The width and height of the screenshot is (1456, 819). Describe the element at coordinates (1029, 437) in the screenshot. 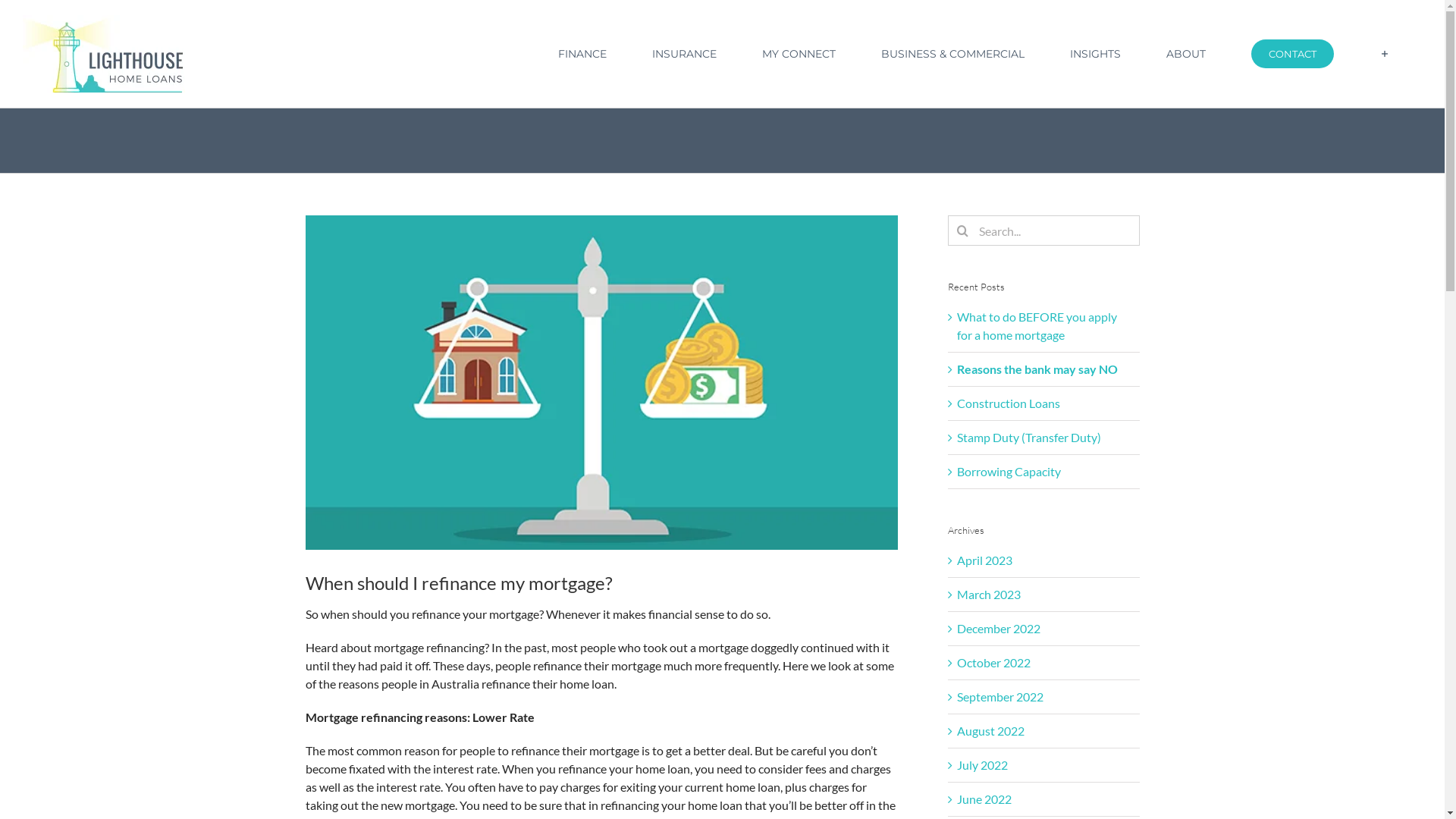

I see `'Stamp Duty (Transfer Duty)'` at that location.